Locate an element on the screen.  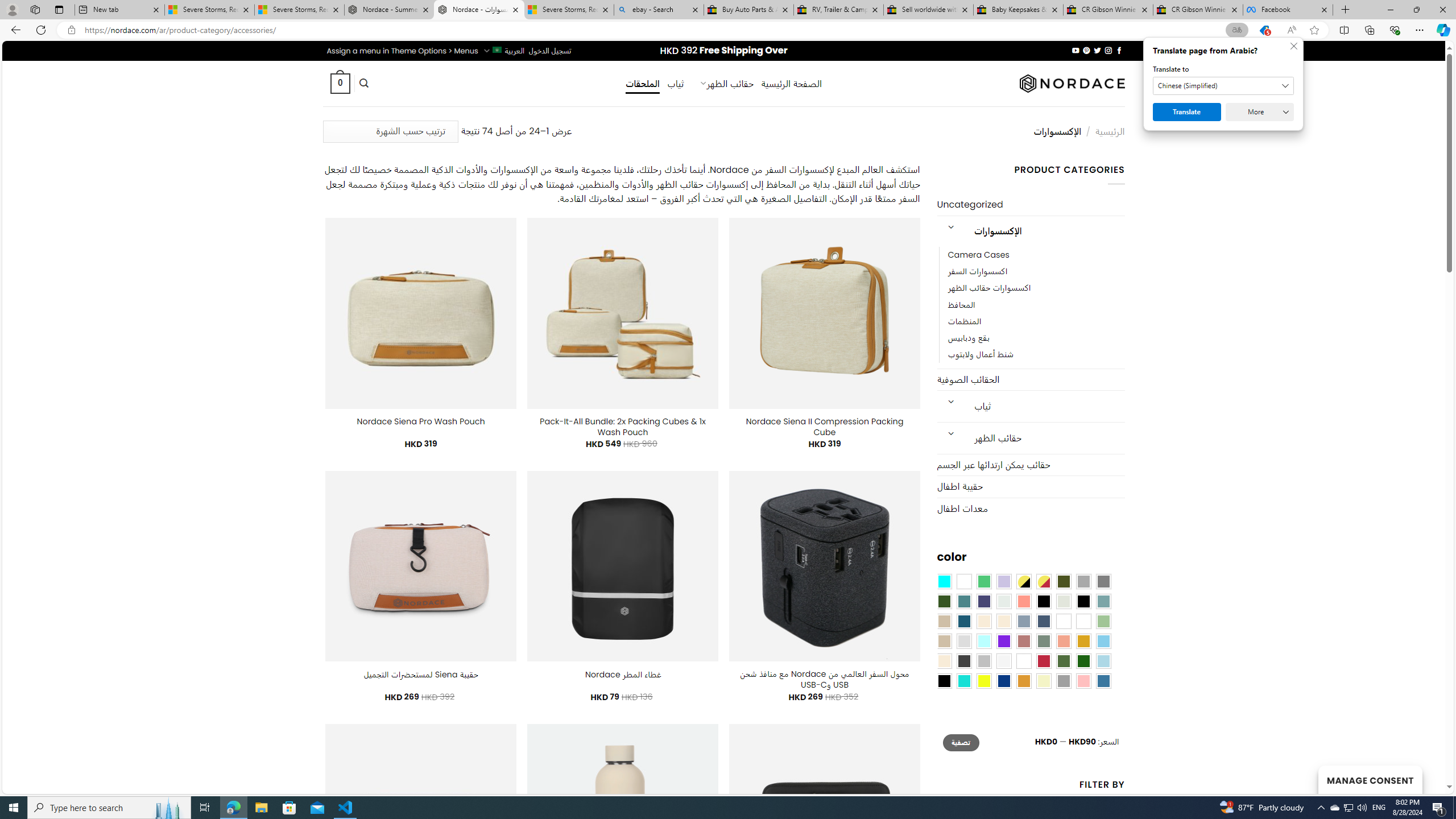
'Show translate options' is located at coordinates (1236, 30).